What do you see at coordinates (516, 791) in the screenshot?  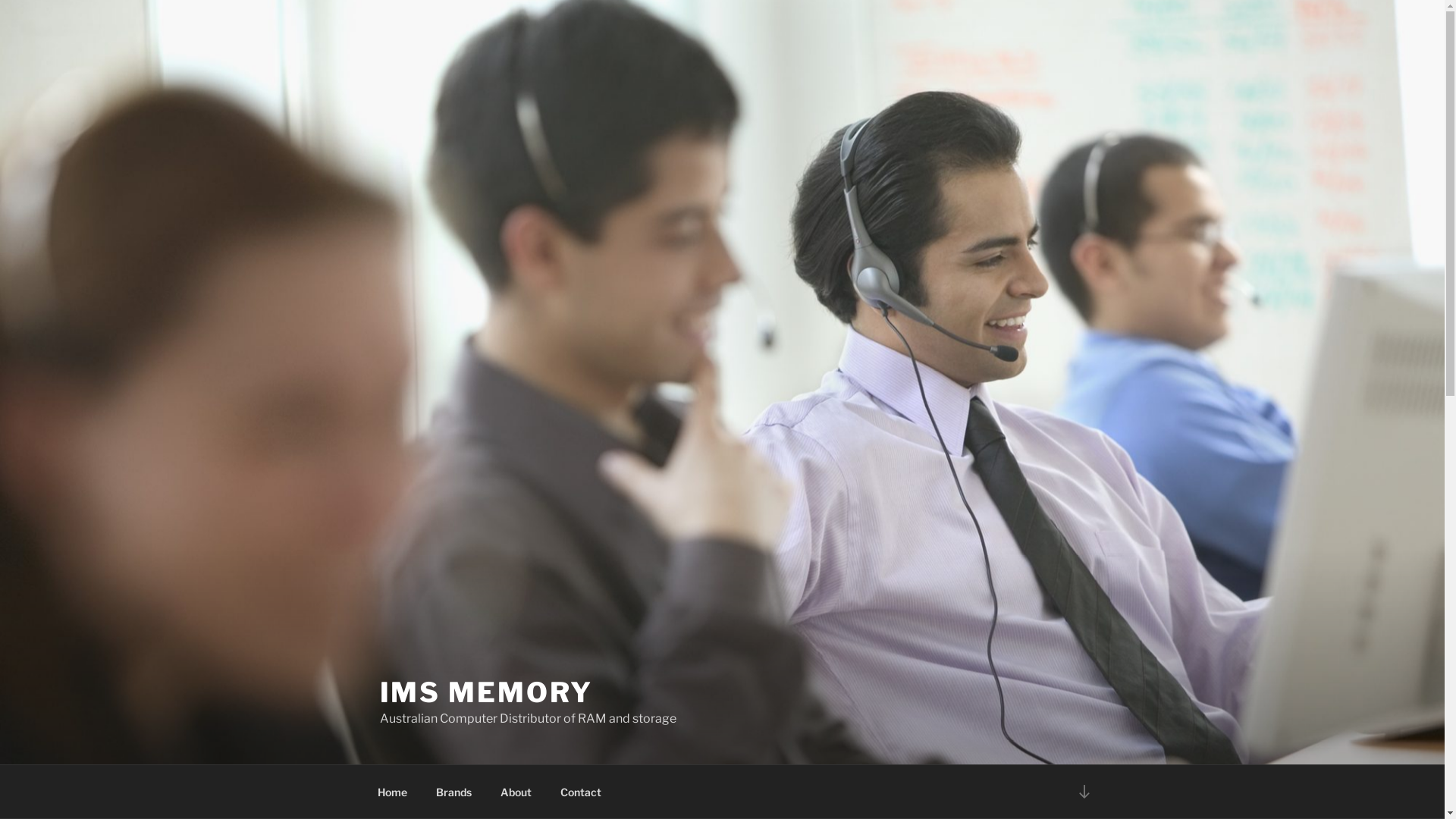 I see `'About'` at bounding box center [516, 791].